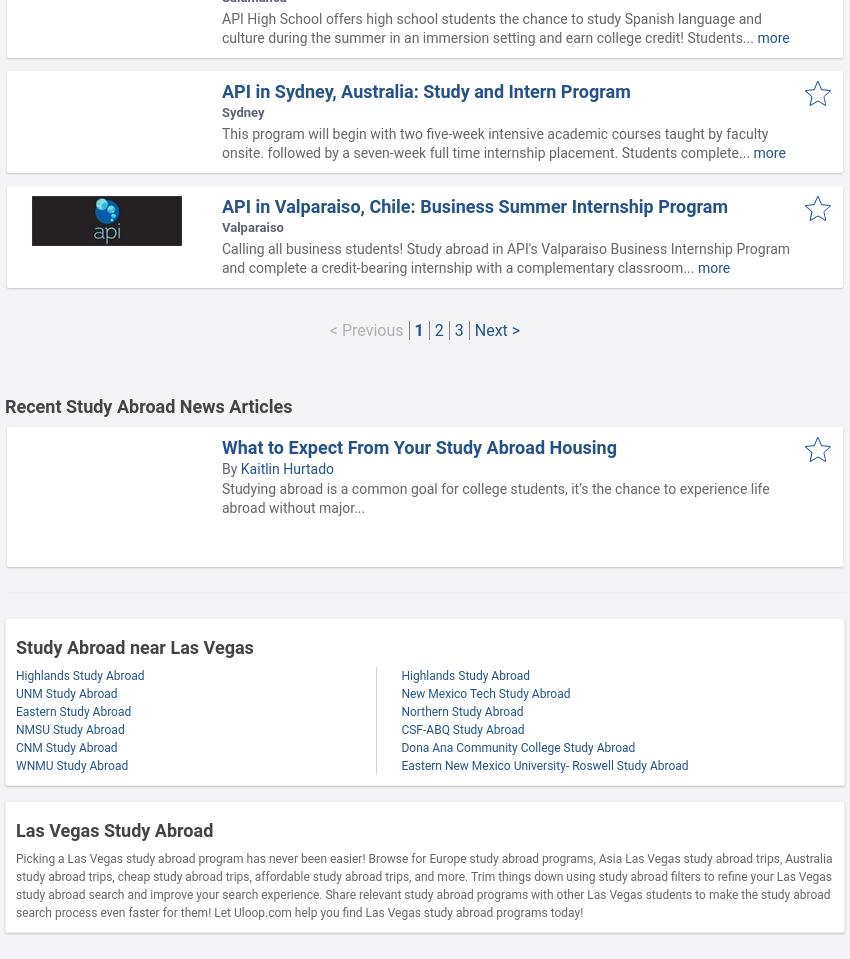 The image size is (850, 959). Describe the element at coordinates (73, 710) in the screenshot. I see `'Eastern Study Abroad'` at that location.